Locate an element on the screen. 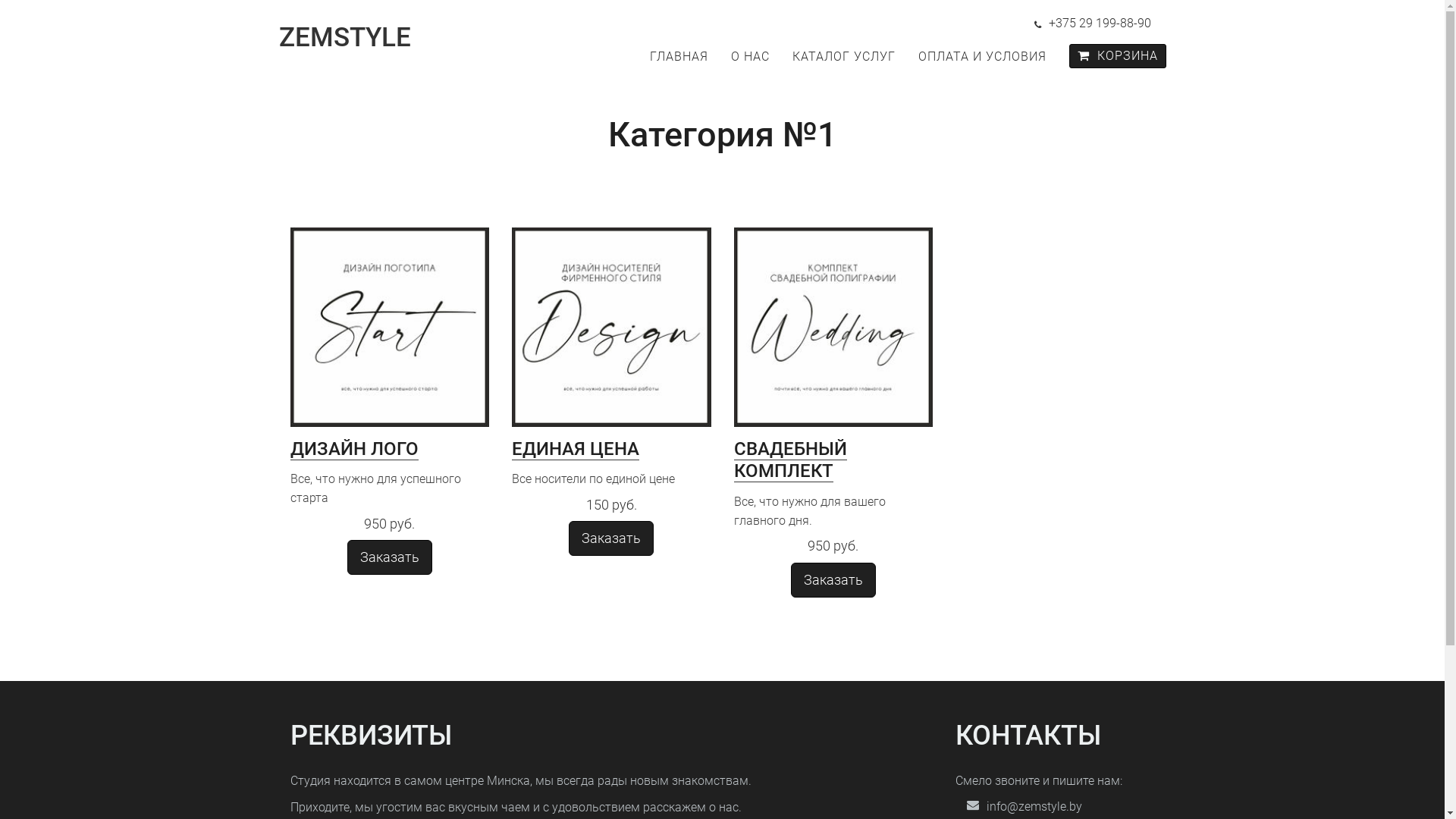  'ZEMSTYLE' is located at coordinates (354, 37).